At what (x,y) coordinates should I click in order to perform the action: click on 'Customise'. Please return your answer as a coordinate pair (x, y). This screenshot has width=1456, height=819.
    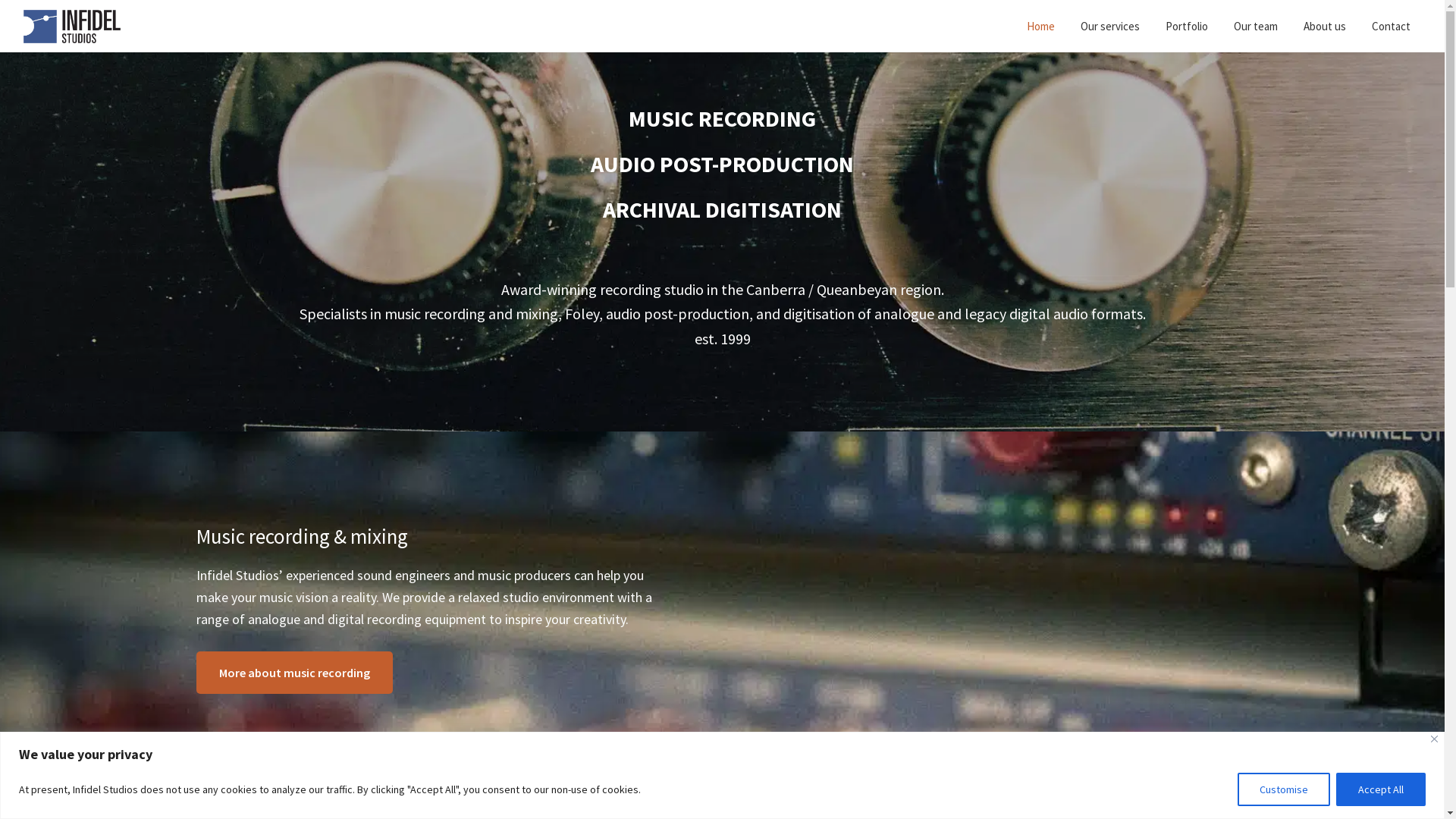
    Looking at the image, I should click on (1283, 788).